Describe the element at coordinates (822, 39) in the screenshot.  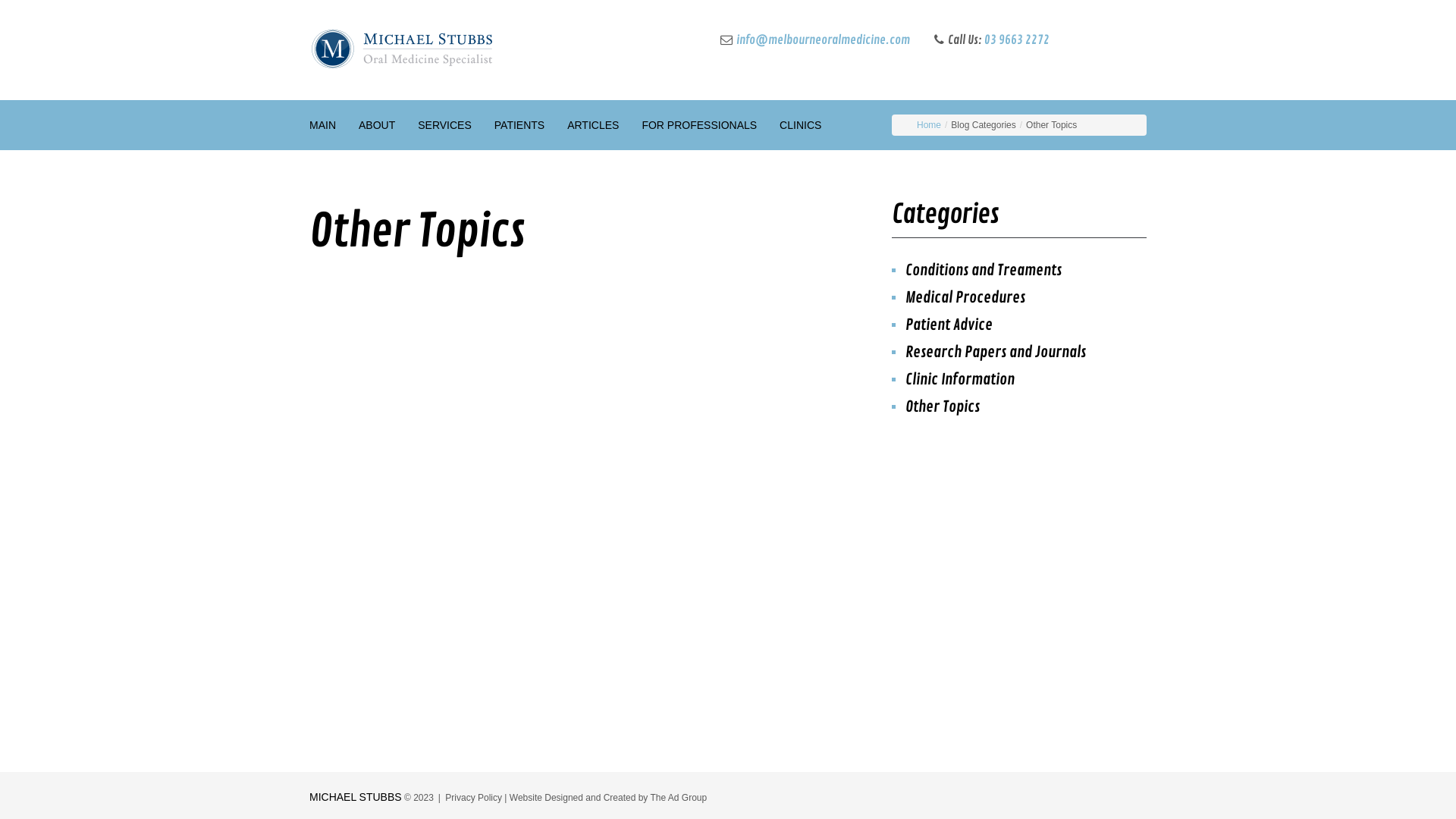
I see `'info@melbourneoralmedicine.com'` at that location.